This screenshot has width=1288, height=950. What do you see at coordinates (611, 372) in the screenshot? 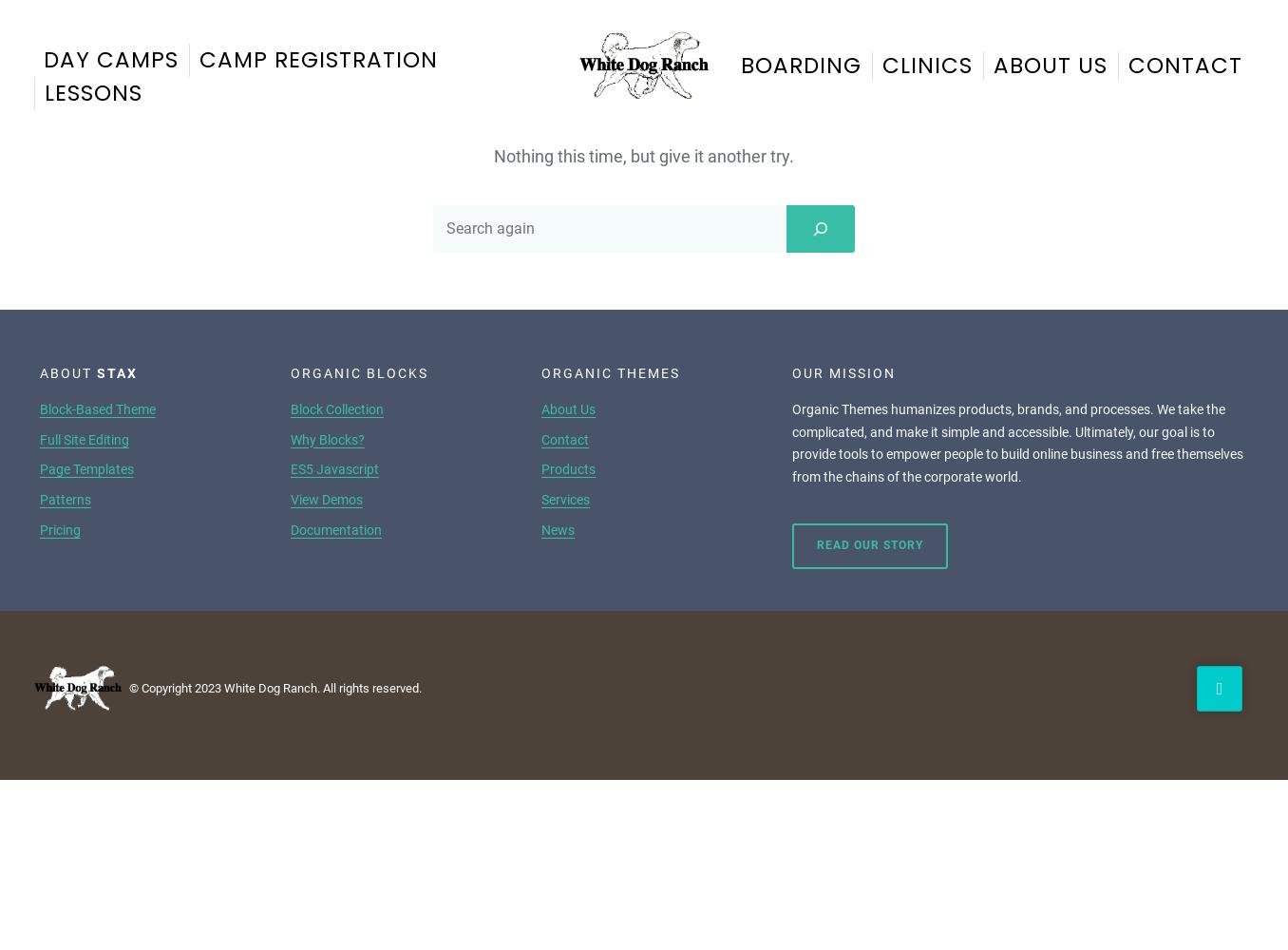
I see `'Organic Themes'` at bounding box center [611, 372].